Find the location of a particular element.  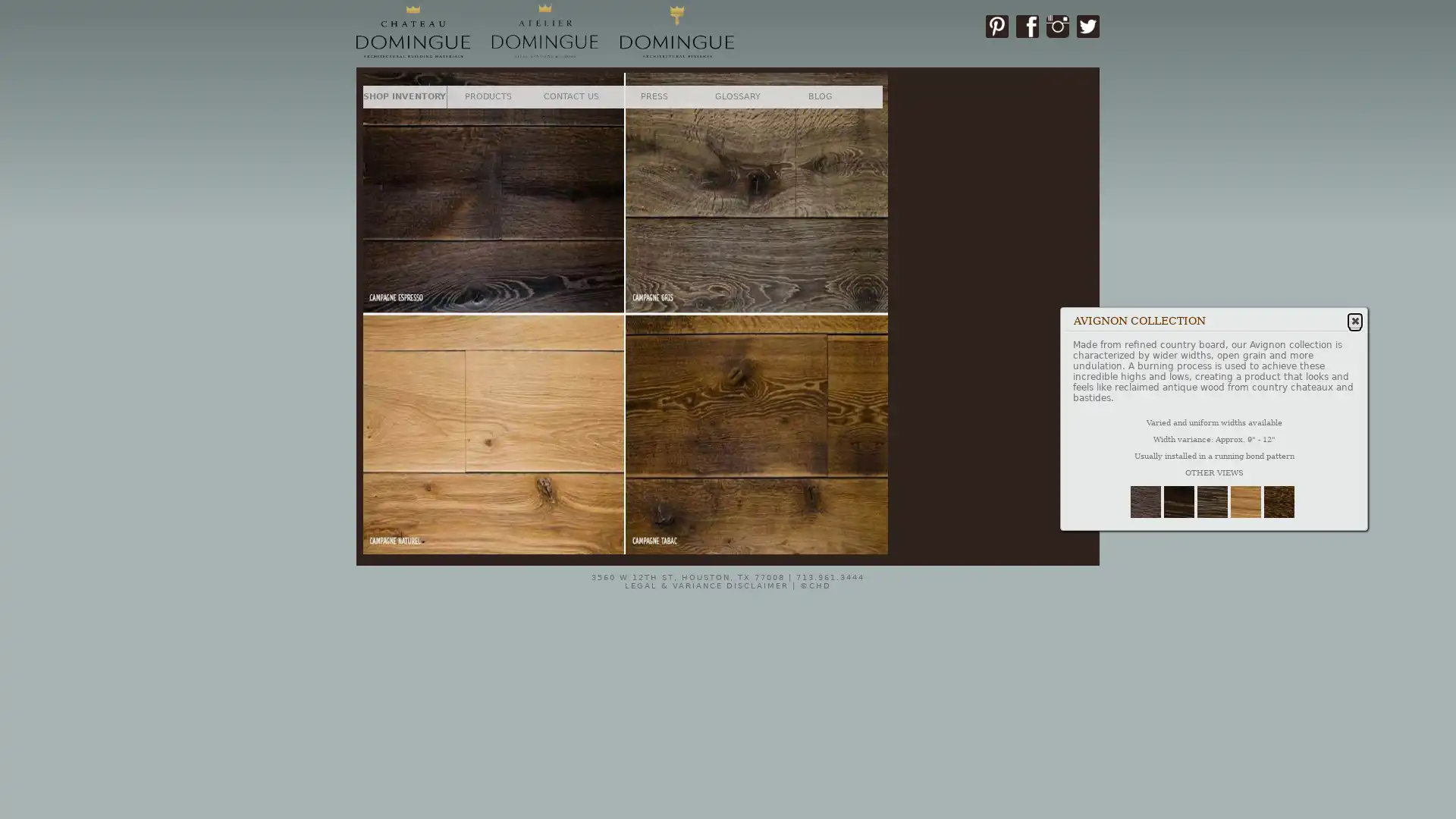

SUBSCRIBE is located at coordinates (442, 295).